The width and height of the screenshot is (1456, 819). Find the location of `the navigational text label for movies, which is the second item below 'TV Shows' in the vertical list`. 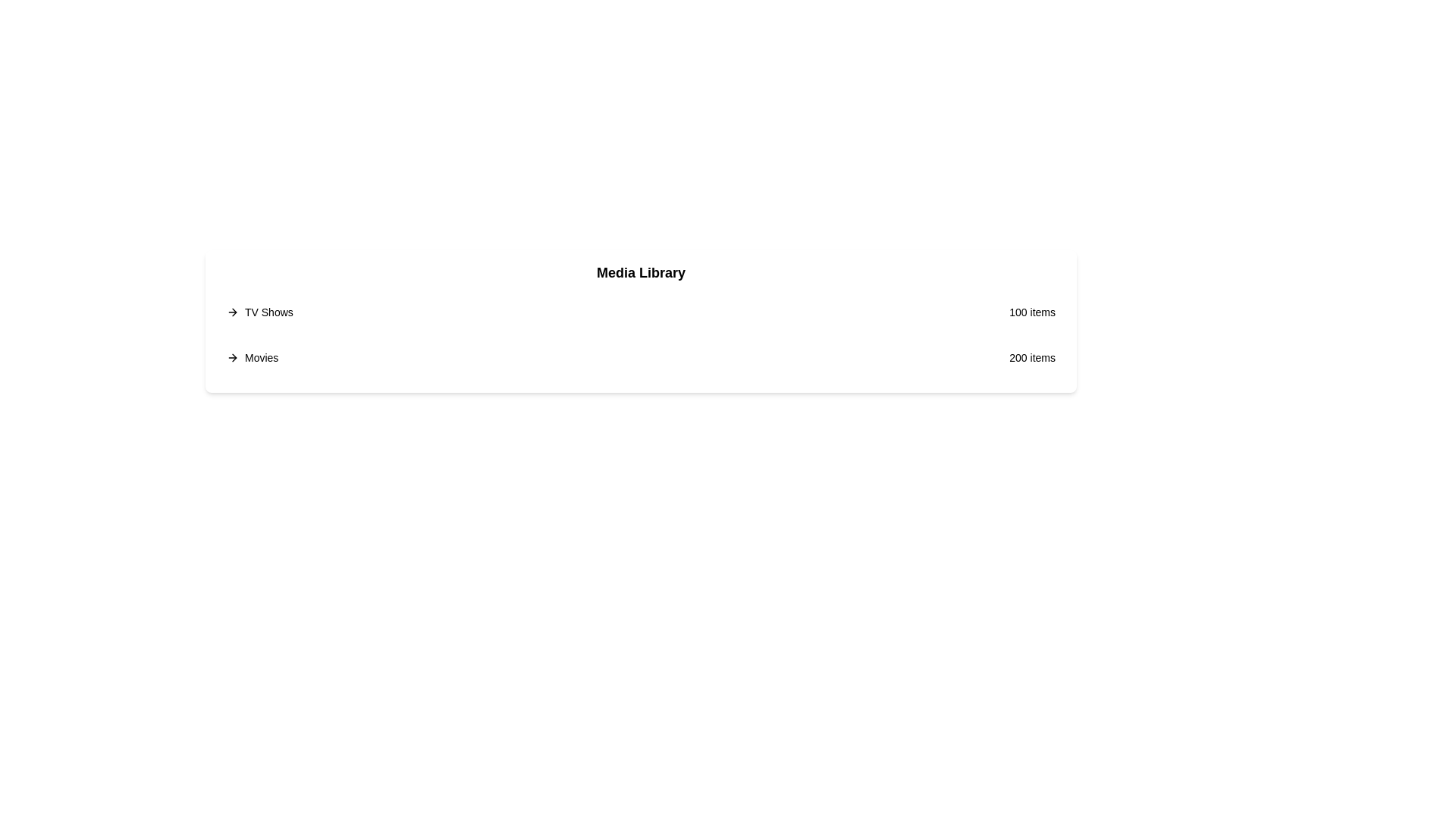

the navigational text label for movies, which is the second item below 'TV Shows' in the vertical list is located at coordinates (262, 357).